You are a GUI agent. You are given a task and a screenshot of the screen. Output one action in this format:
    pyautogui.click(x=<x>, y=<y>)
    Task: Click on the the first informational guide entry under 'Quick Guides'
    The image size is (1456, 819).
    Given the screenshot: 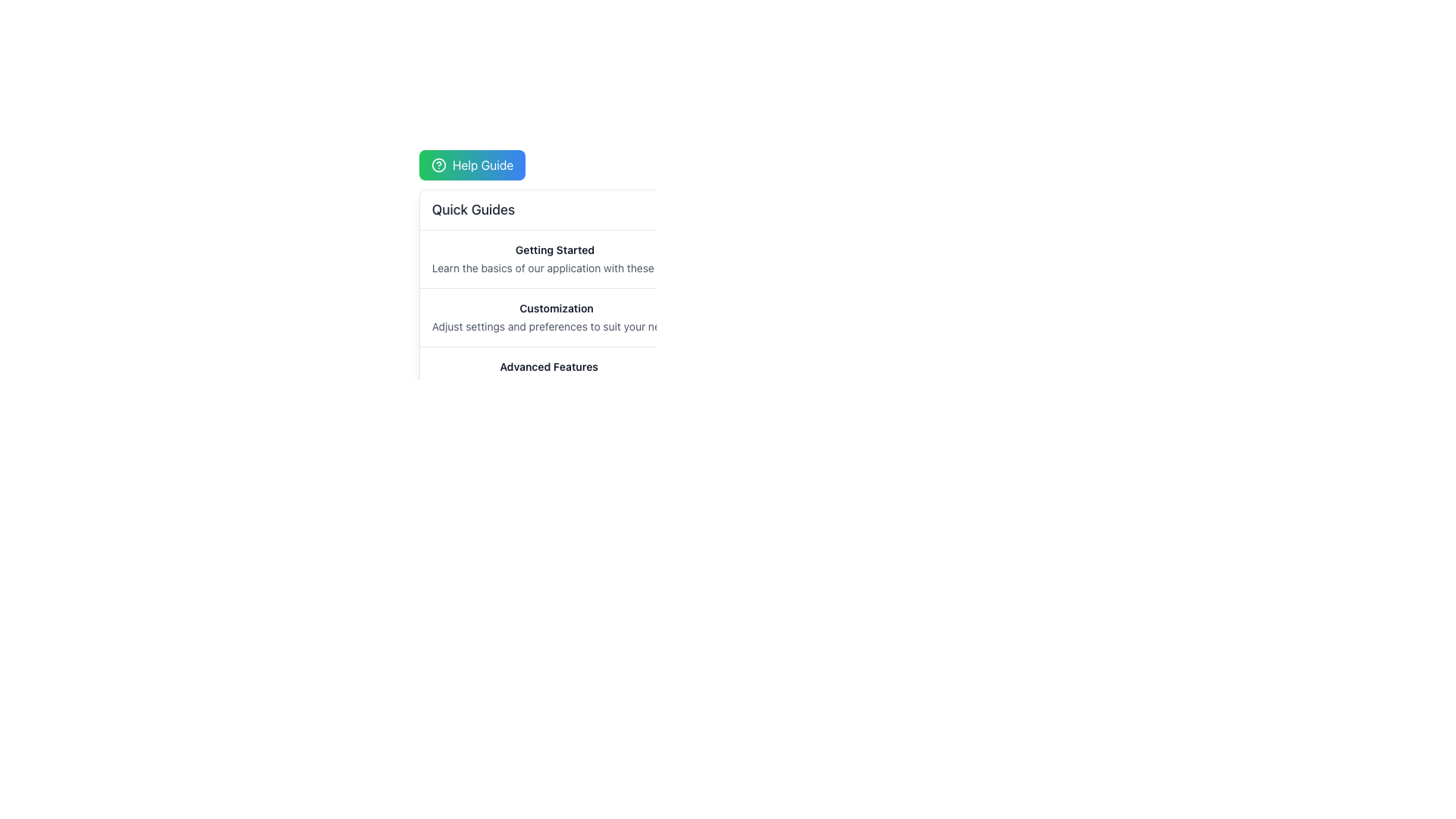 What is the action you would take?
    pyautogui.click(x=563, y=259)
    